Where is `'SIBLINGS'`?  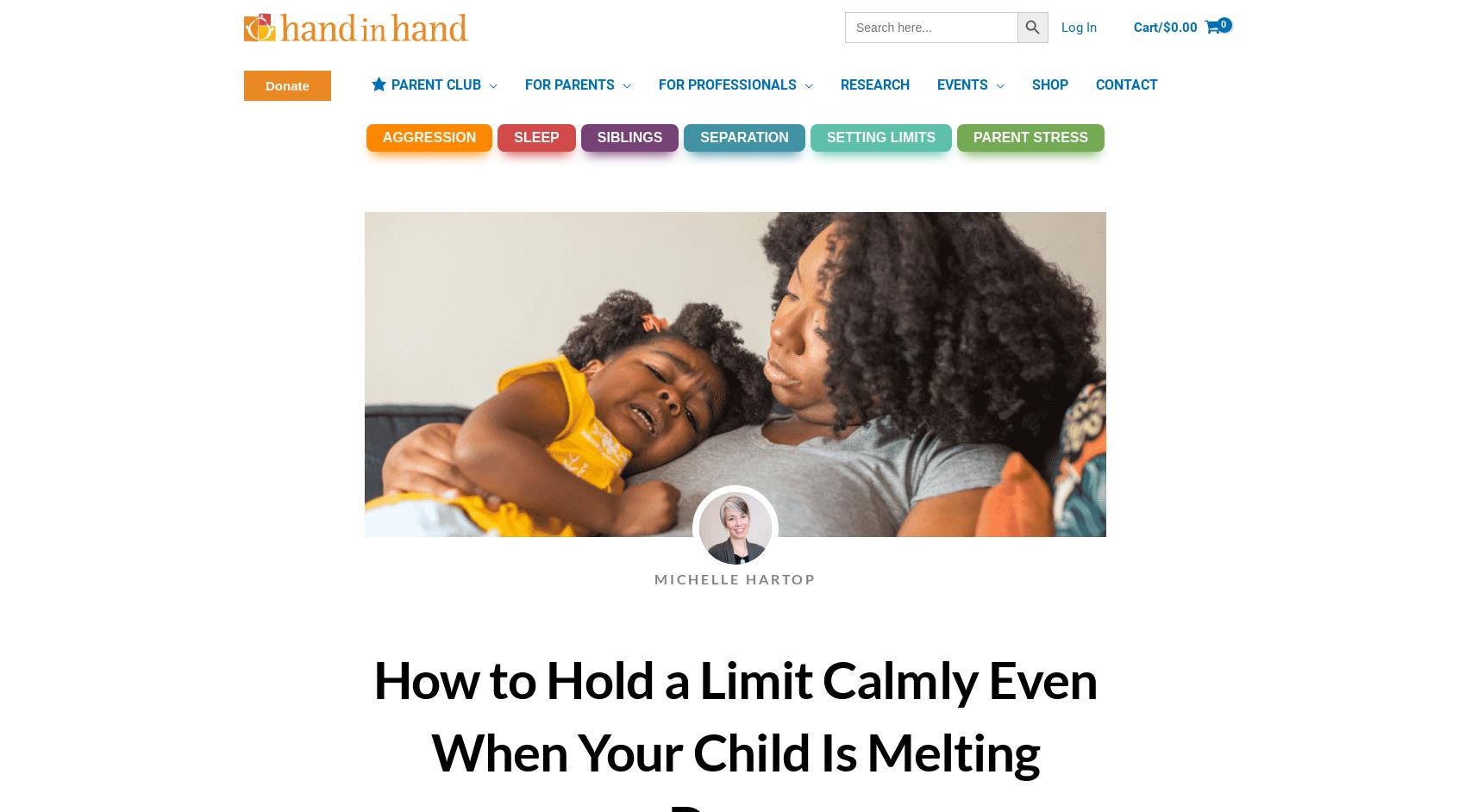 'SIBLINGS' is located at coordinates (628, 136).